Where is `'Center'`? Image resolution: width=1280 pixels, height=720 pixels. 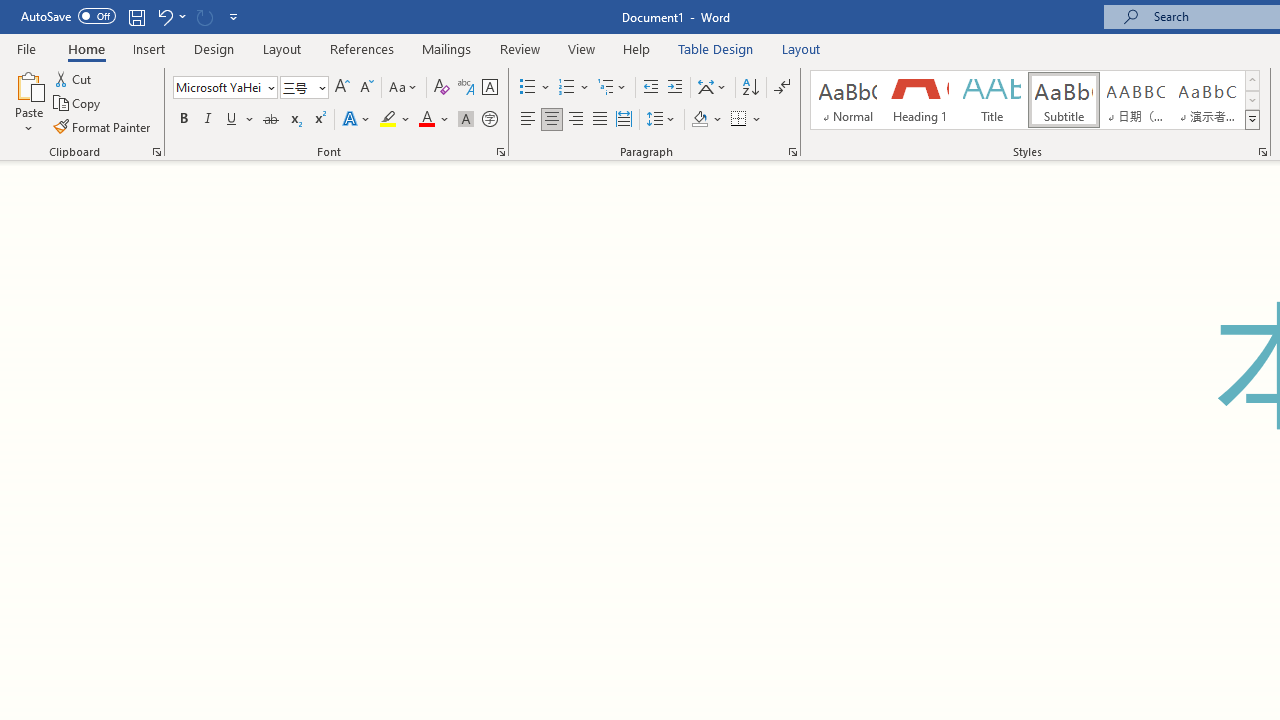 'Center' is located at coordinates (552, 119).